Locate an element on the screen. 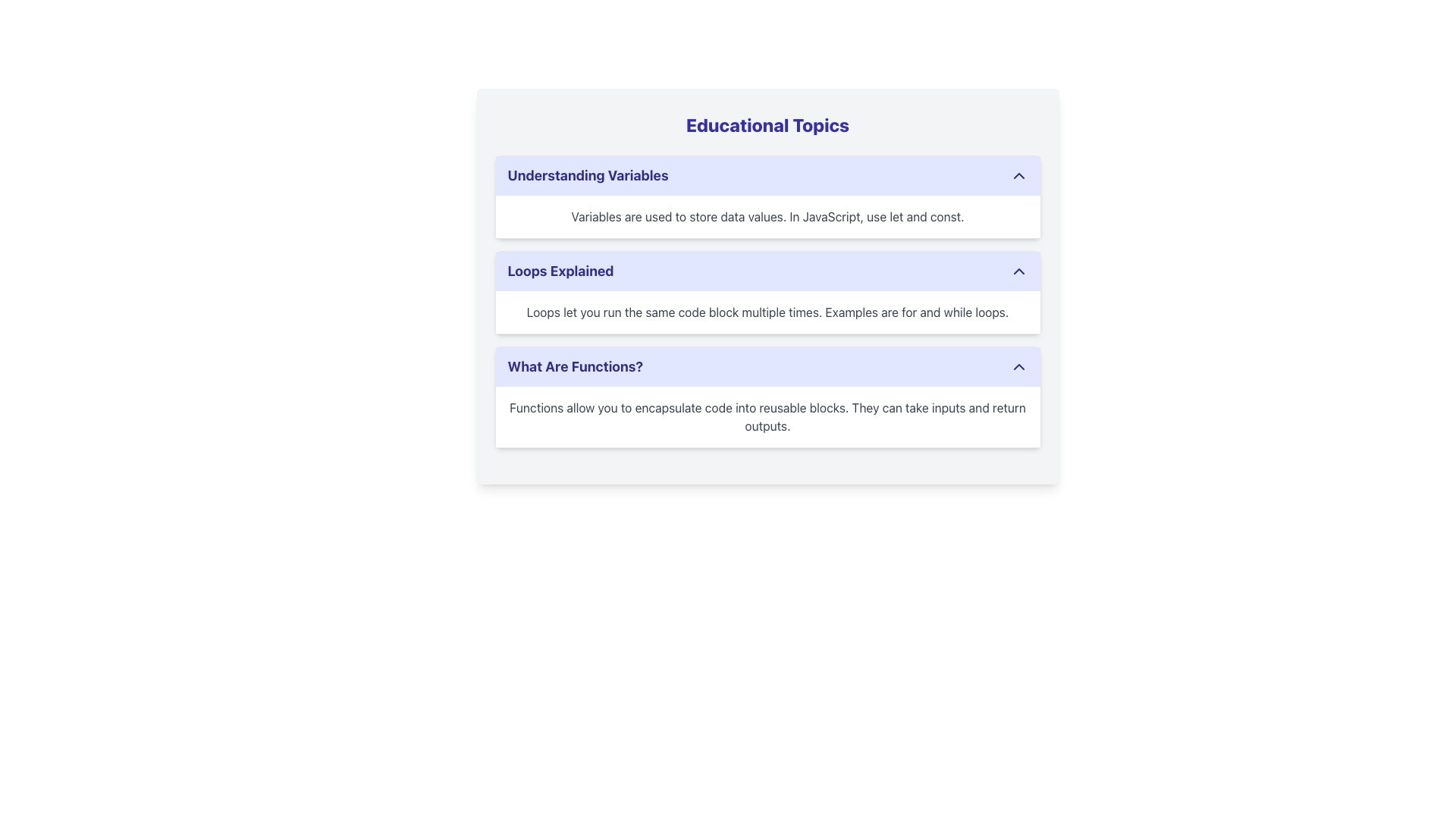  the small upward-pointing chevron arrow icon, styled in dark indigo, positioned to the far right within the highlighted row labeled 'Loops Explained' is located at coordinates (1018, 271).